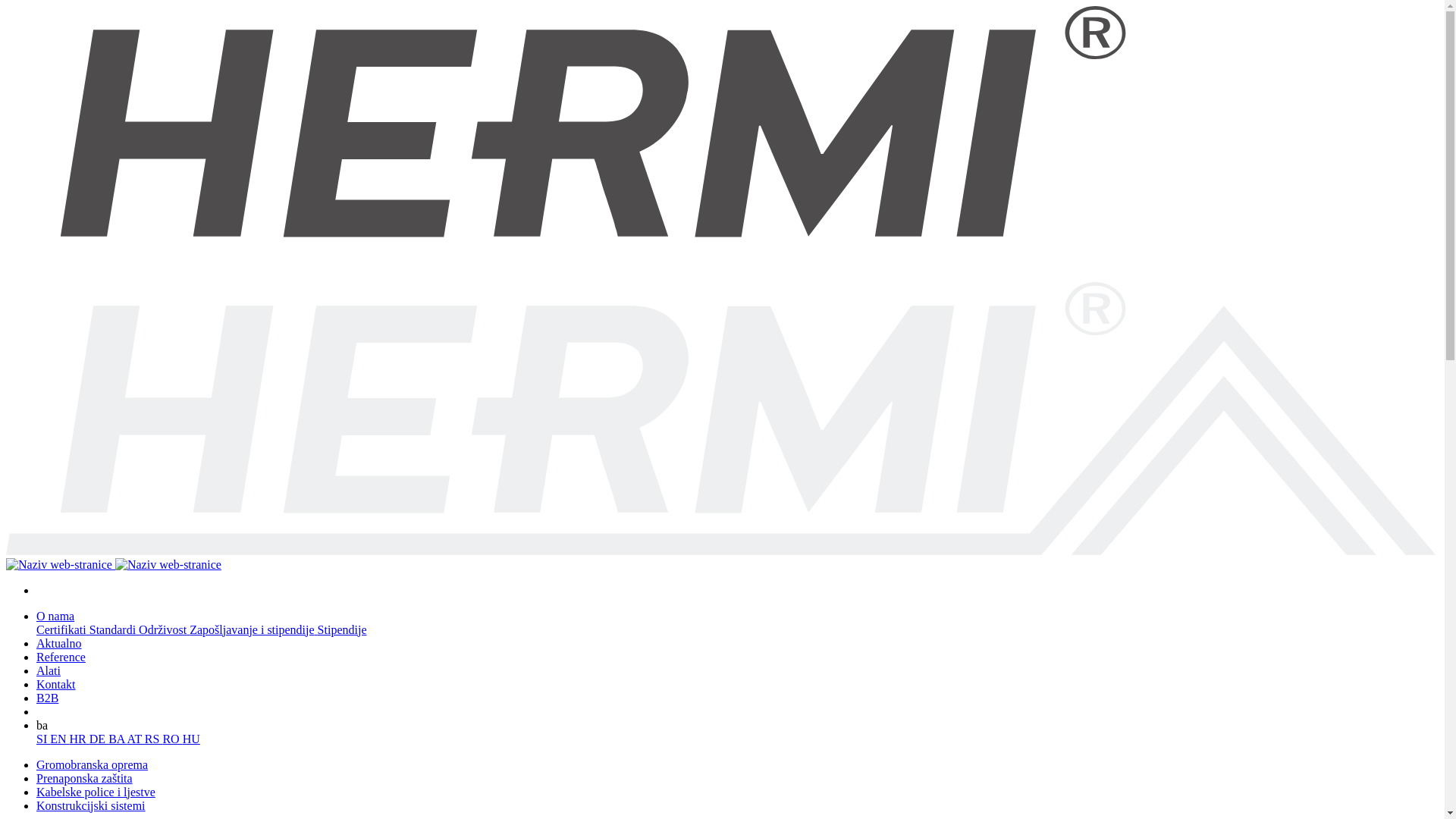 The height and width of the screenshot is (819, 1456). Describe the element at coordinates (90, 805) in the screenshot. I see `'Konstrukcijski sistemi'` at that location.